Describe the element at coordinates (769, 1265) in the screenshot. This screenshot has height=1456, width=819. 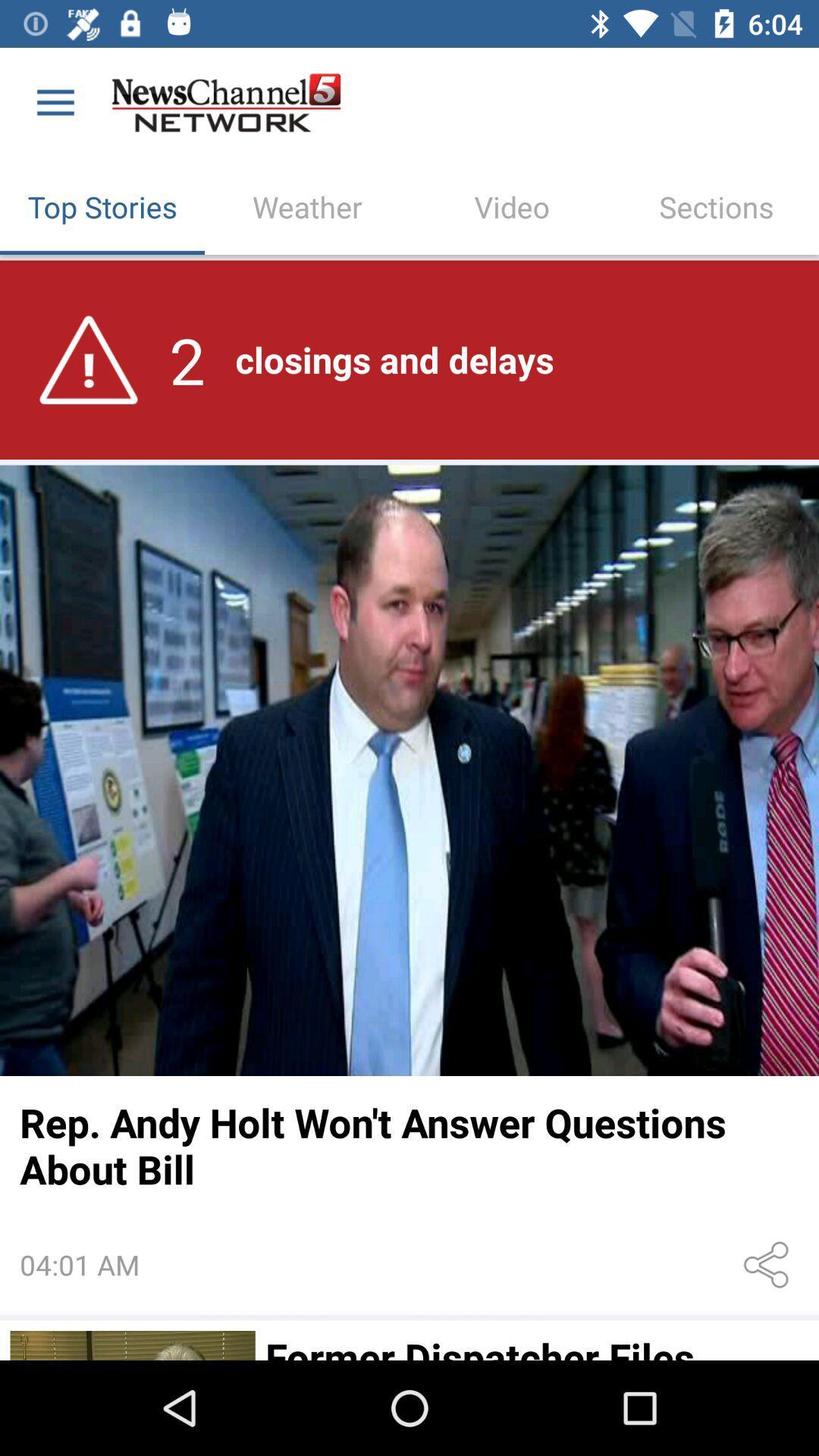
I see `item at the bottom right corner` at that location.